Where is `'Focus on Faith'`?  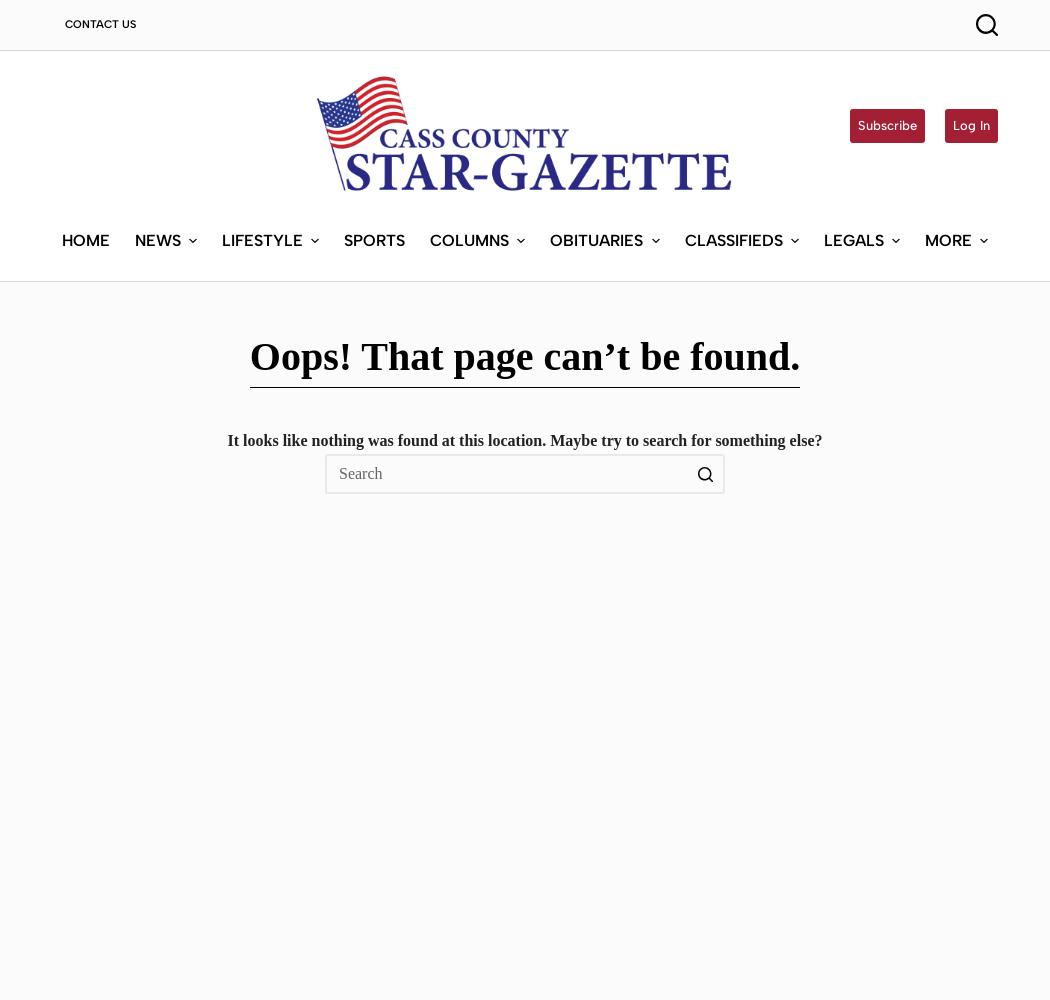 'Focus on Faith' is located at coordinates (483, 365).